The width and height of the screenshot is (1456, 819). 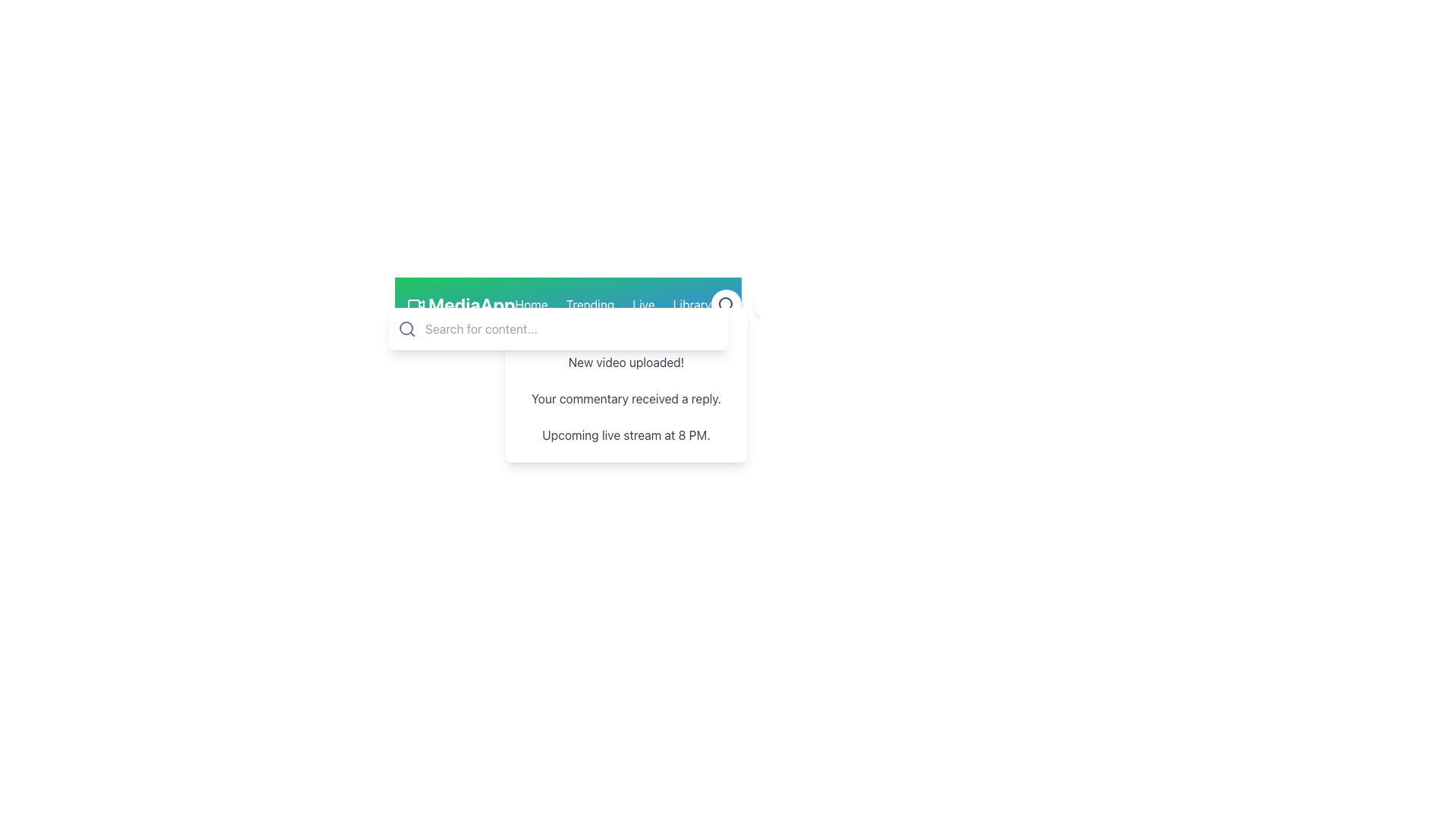 I want to click on the update on the second notification item in the dropdown menu labeled 'Notifications', which provides specific updates to the user, so click(x=626, y=397).